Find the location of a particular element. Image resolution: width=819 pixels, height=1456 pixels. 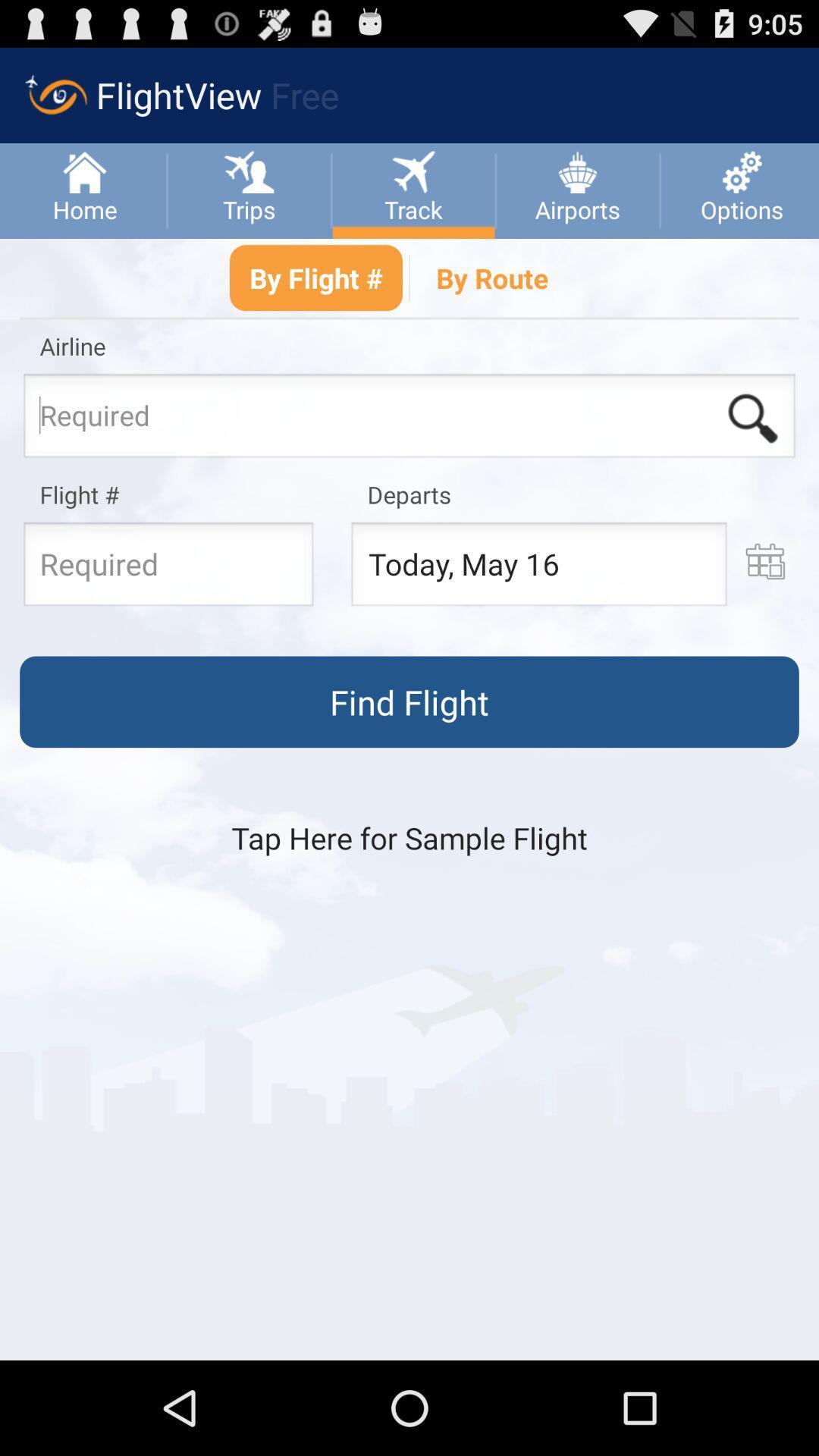

the option which says find flight is located at coordinates (409, 701).